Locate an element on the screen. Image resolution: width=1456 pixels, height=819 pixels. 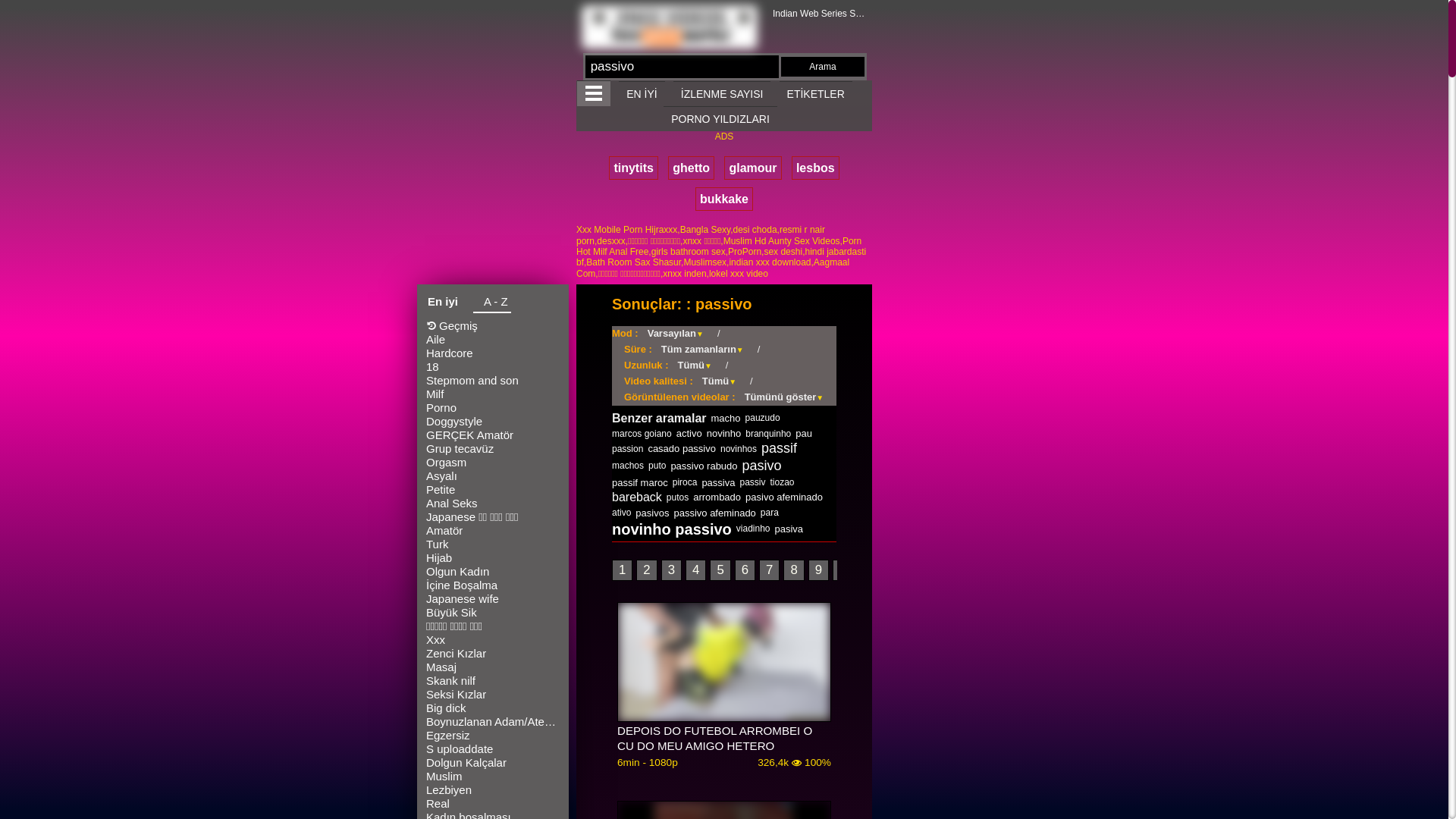
'Masaj' is located at coordinates (492, 666).